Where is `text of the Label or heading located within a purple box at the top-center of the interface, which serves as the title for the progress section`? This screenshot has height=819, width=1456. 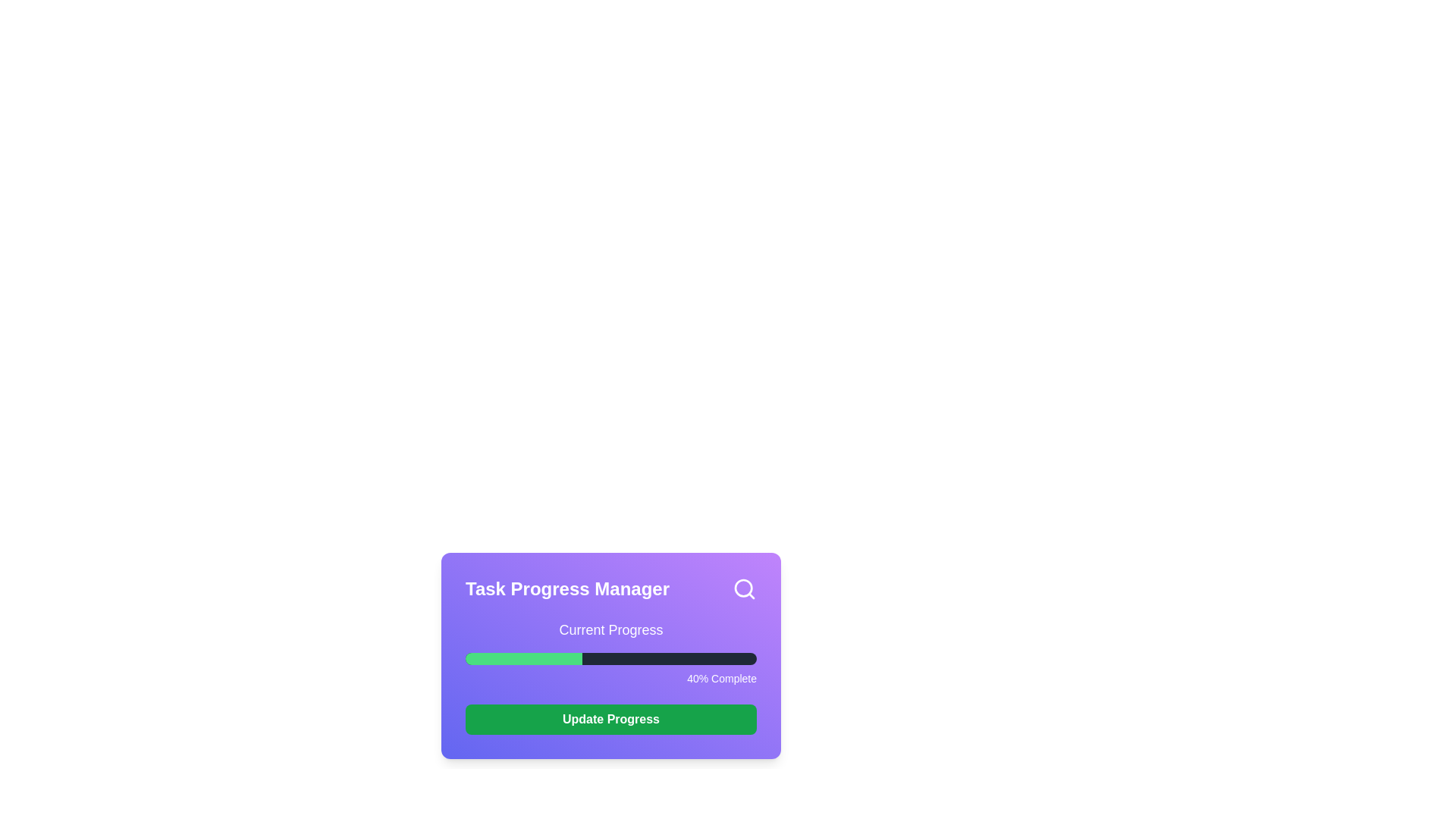 text of the Label or heading located within a purple box at the top-center of the interface, which serves as the title for the progress section is located at coordinates (611, 629).